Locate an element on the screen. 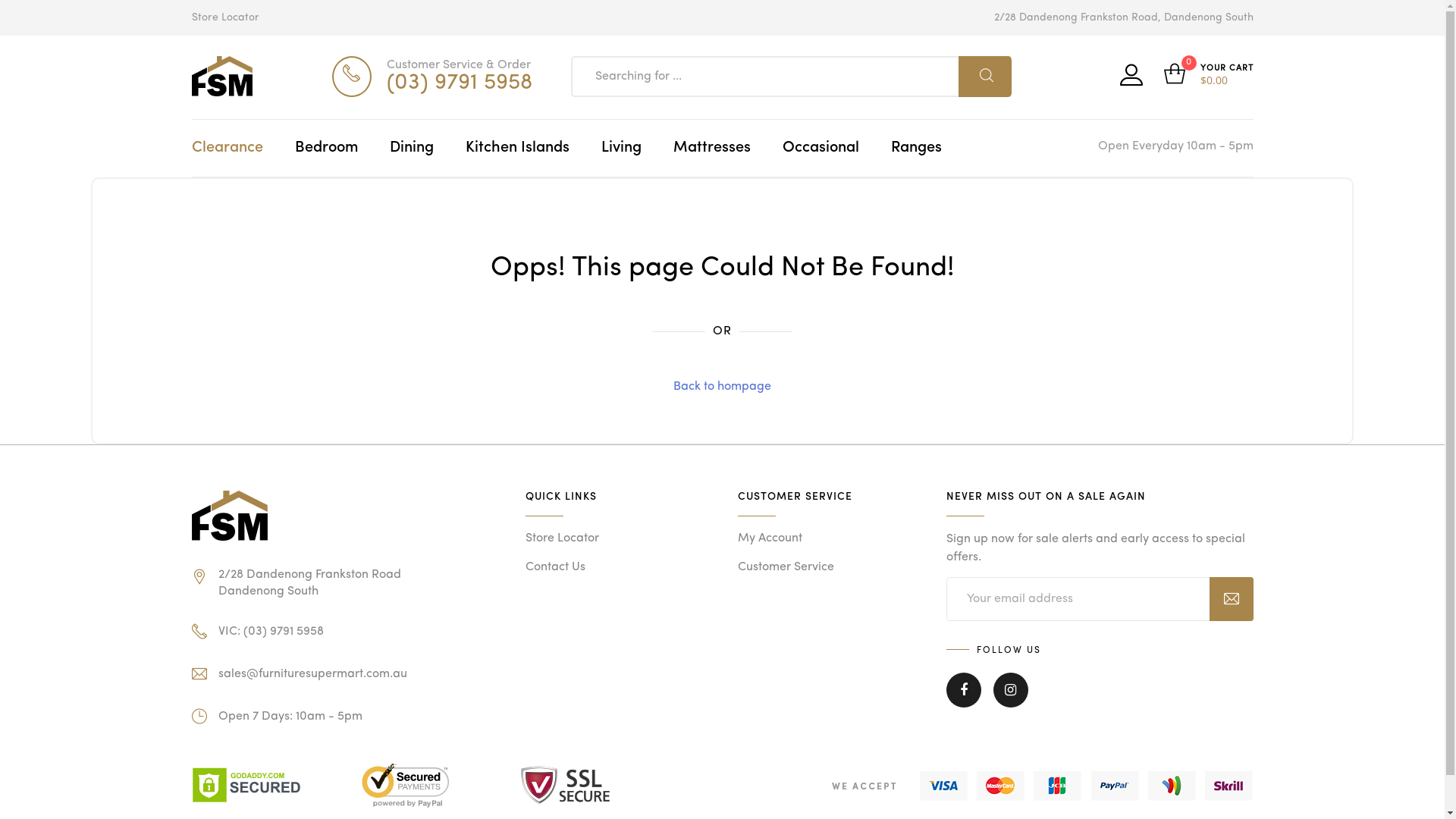 The width and height of the screenshot is (1456, 819). 'Contact Us' is located at coordinates (554, 567).